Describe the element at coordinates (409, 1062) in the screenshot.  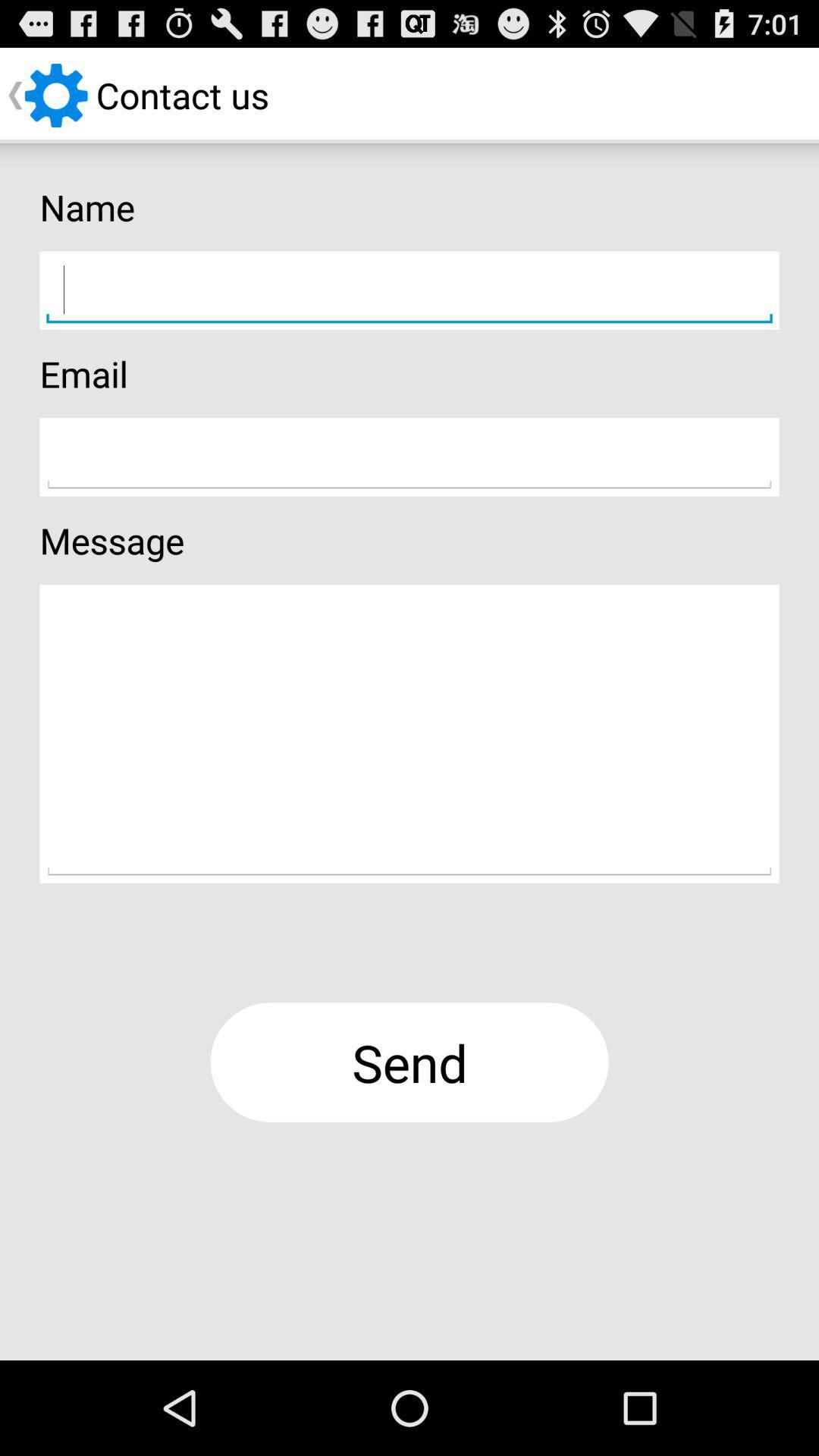
I see `button at the bottom` at that location.